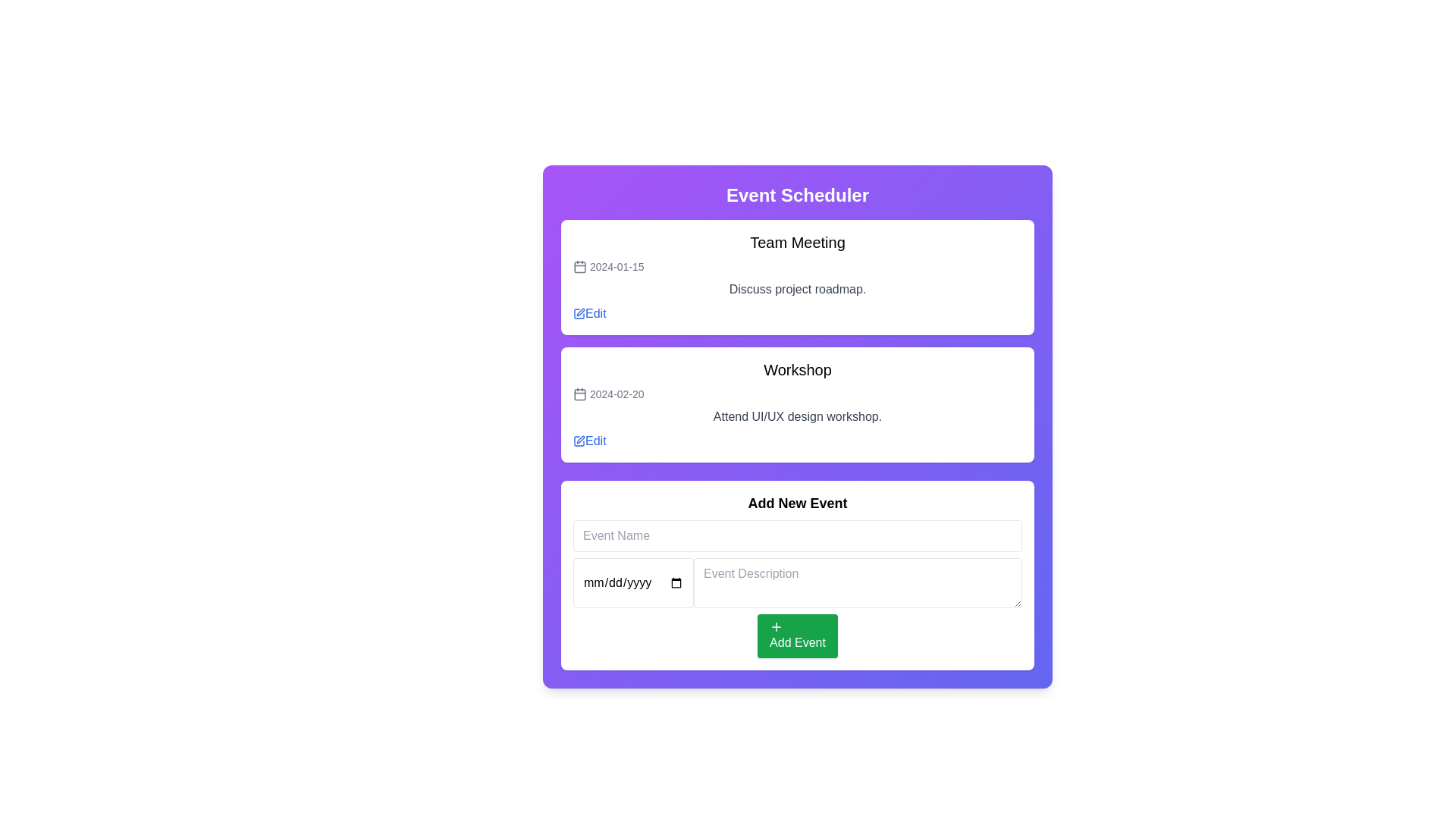 Image resolution: width=1456 pixels, height=819 pixels. Describe the element at coordinates (578, 441) in the screenshot. I see `the small blue pencil icon next to the 'Edit' text` at that location.